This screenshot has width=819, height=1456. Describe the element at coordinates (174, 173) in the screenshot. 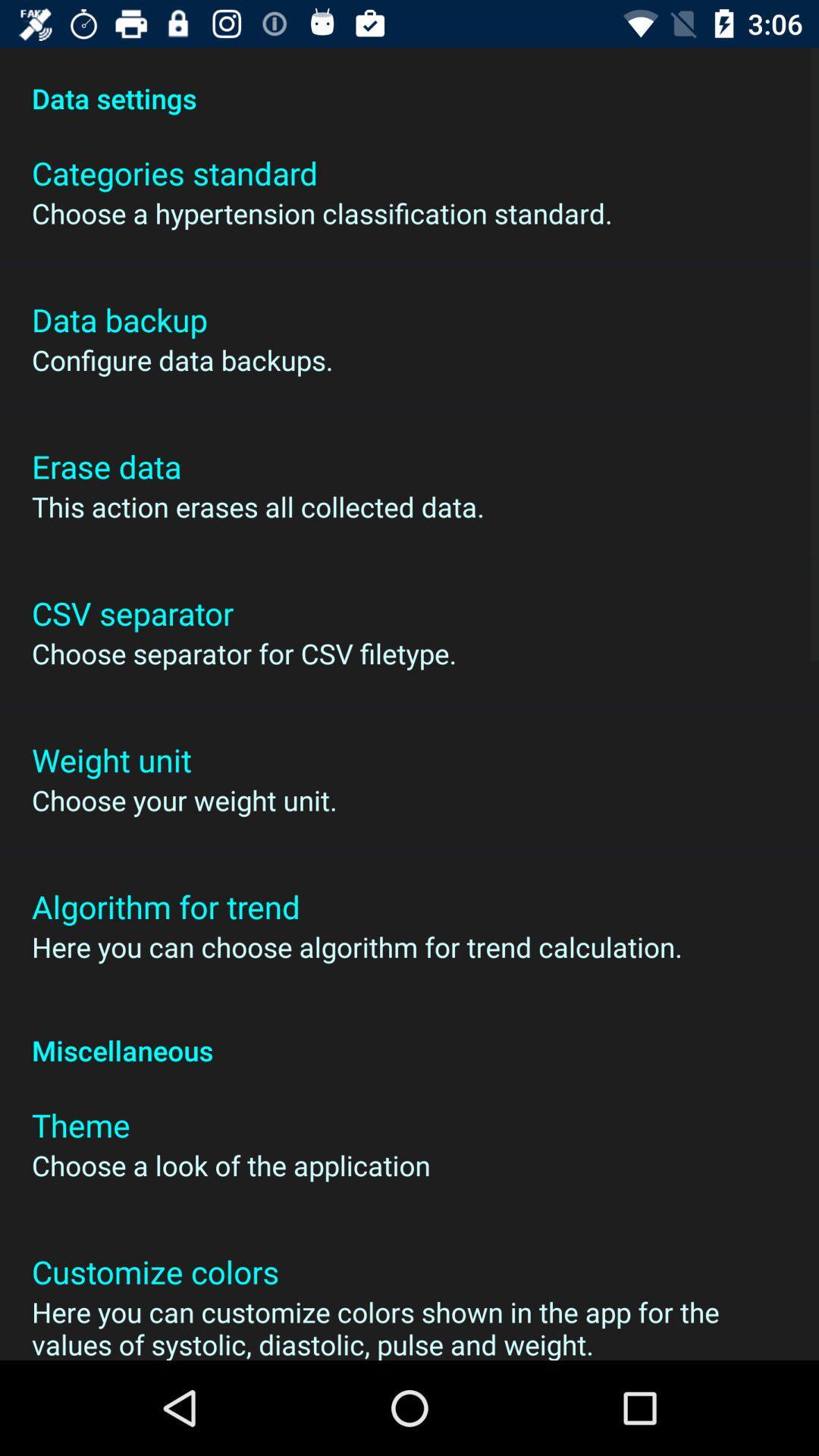

I see `the categories standard icon` at that location.